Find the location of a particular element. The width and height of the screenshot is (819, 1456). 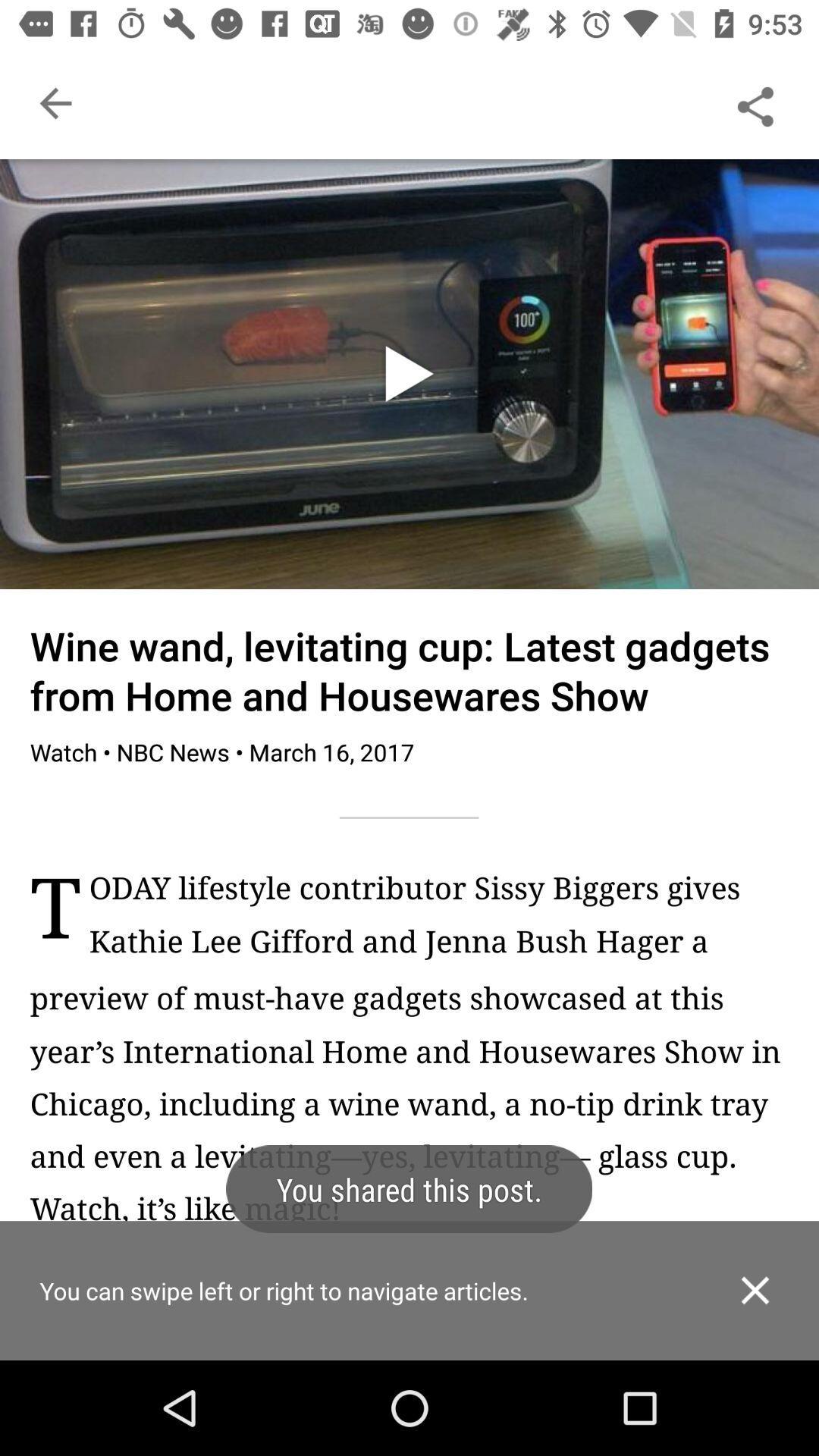

share the article is located at coordinates (755, 102).